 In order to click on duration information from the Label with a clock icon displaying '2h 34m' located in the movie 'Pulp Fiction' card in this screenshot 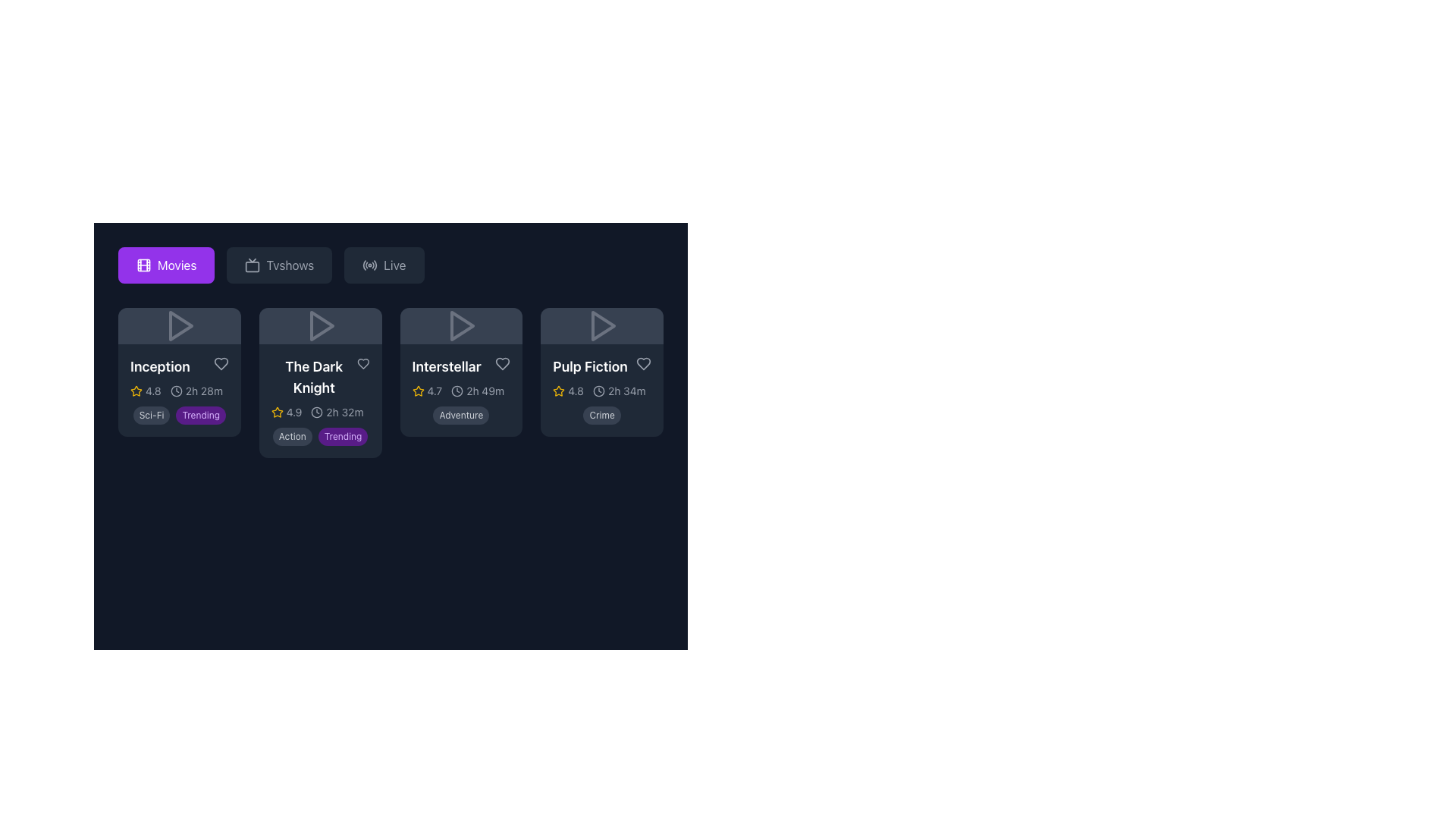, I will do `click(619, 391)`.